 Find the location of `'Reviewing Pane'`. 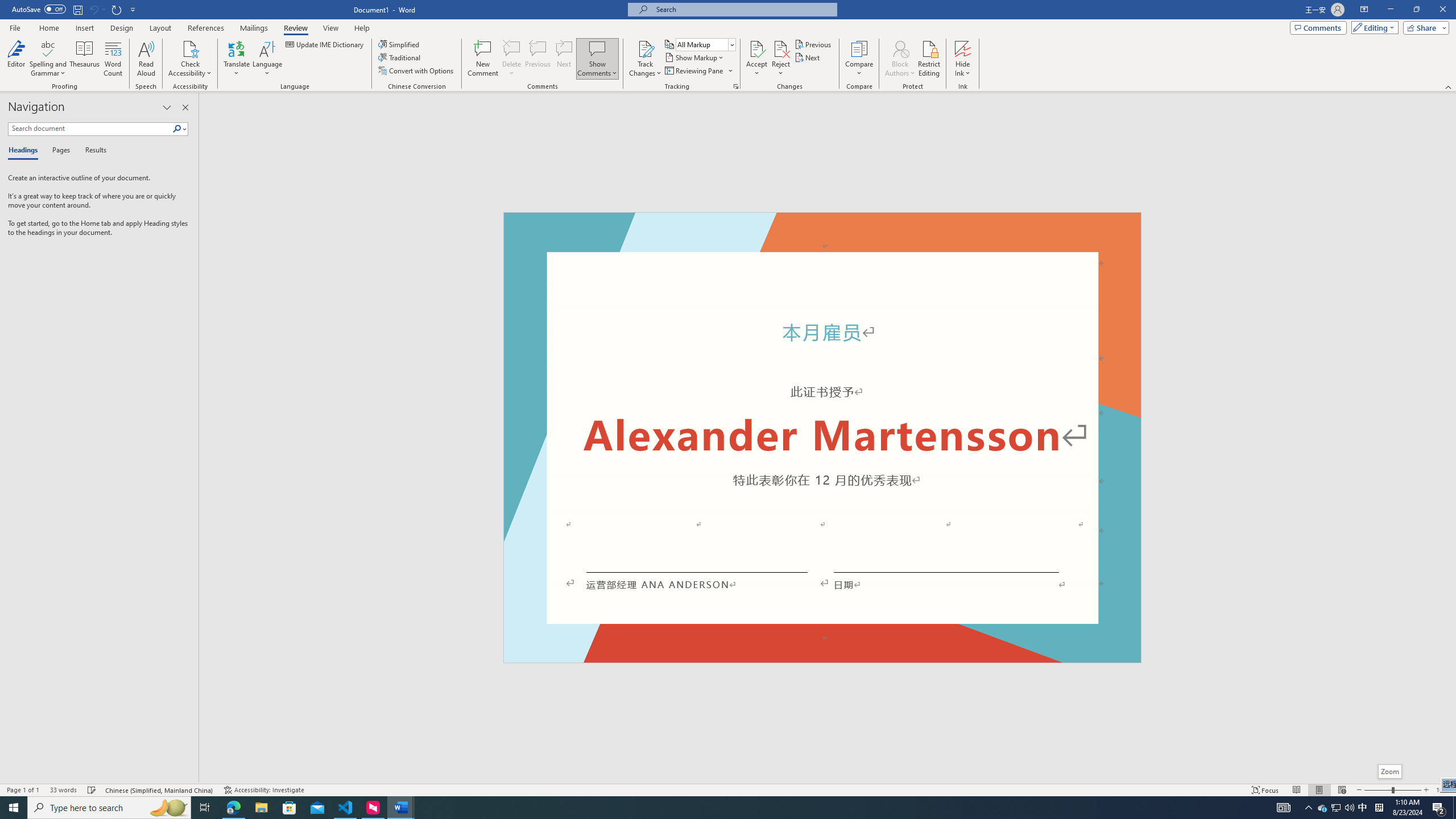

'Reviewing Pane' is located at coordinates (698, 69).